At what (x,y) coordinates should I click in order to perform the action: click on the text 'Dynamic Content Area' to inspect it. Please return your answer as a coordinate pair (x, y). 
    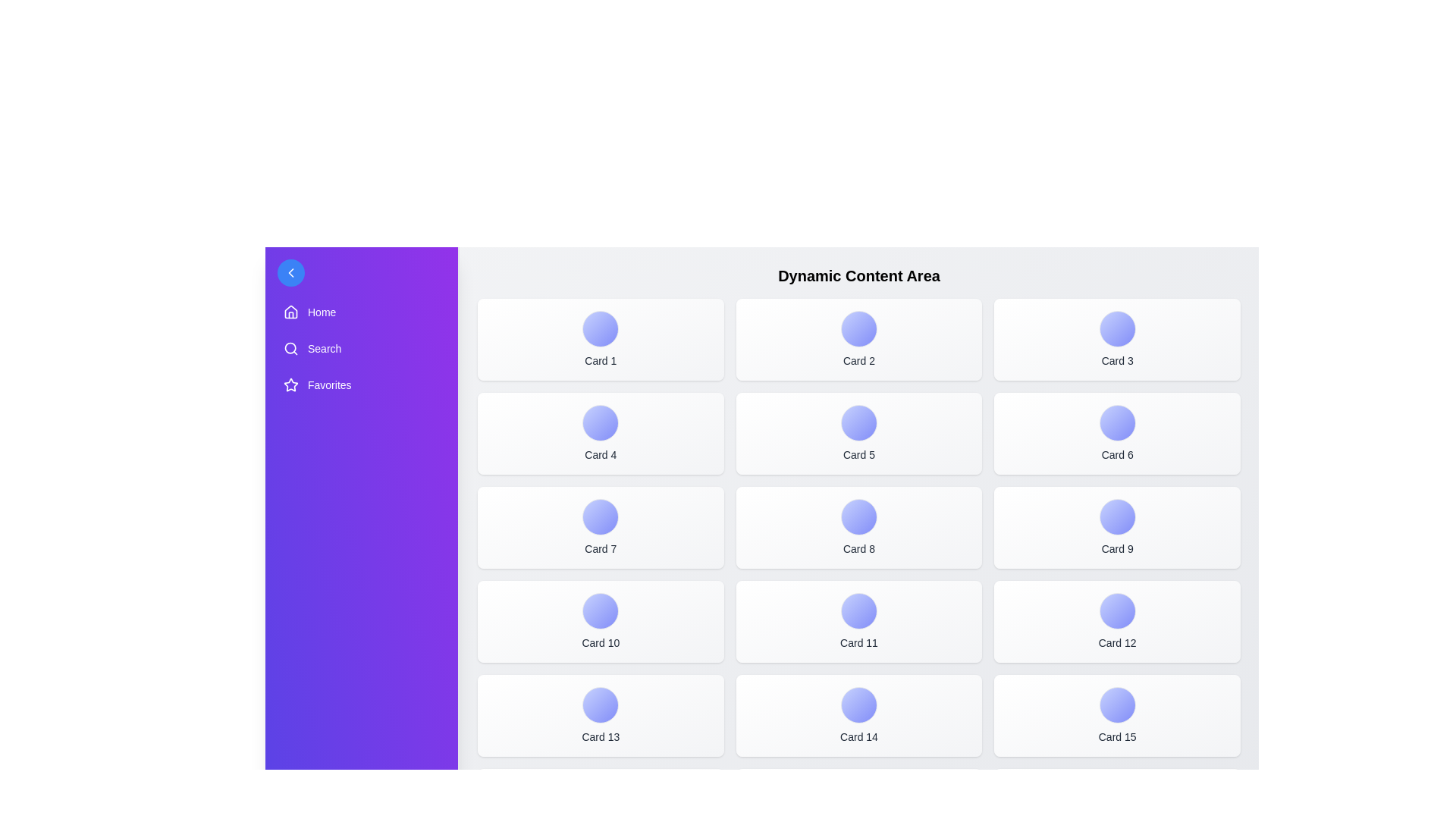
    Looking at the image, I should click on (858, 275).